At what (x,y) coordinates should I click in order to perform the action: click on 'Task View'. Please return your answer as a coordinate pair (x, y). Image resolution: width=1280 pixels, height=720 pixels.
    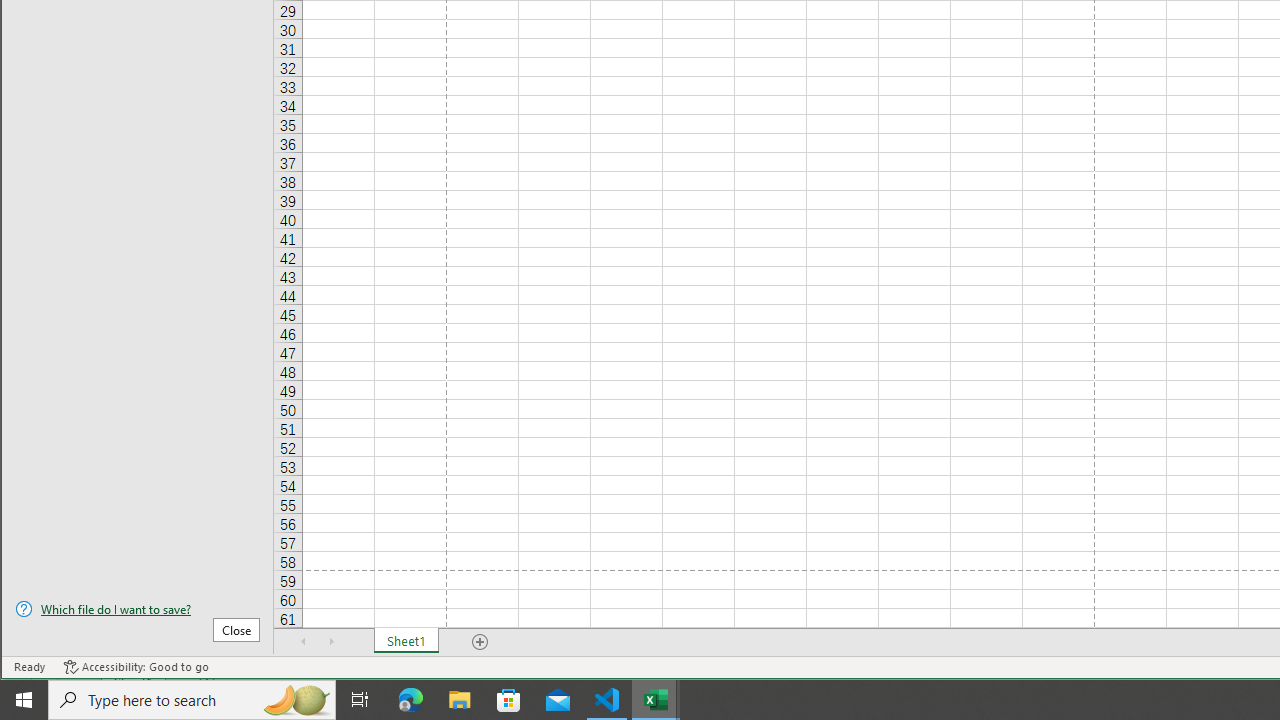
    Looking at the image, I should click on (359, 698).